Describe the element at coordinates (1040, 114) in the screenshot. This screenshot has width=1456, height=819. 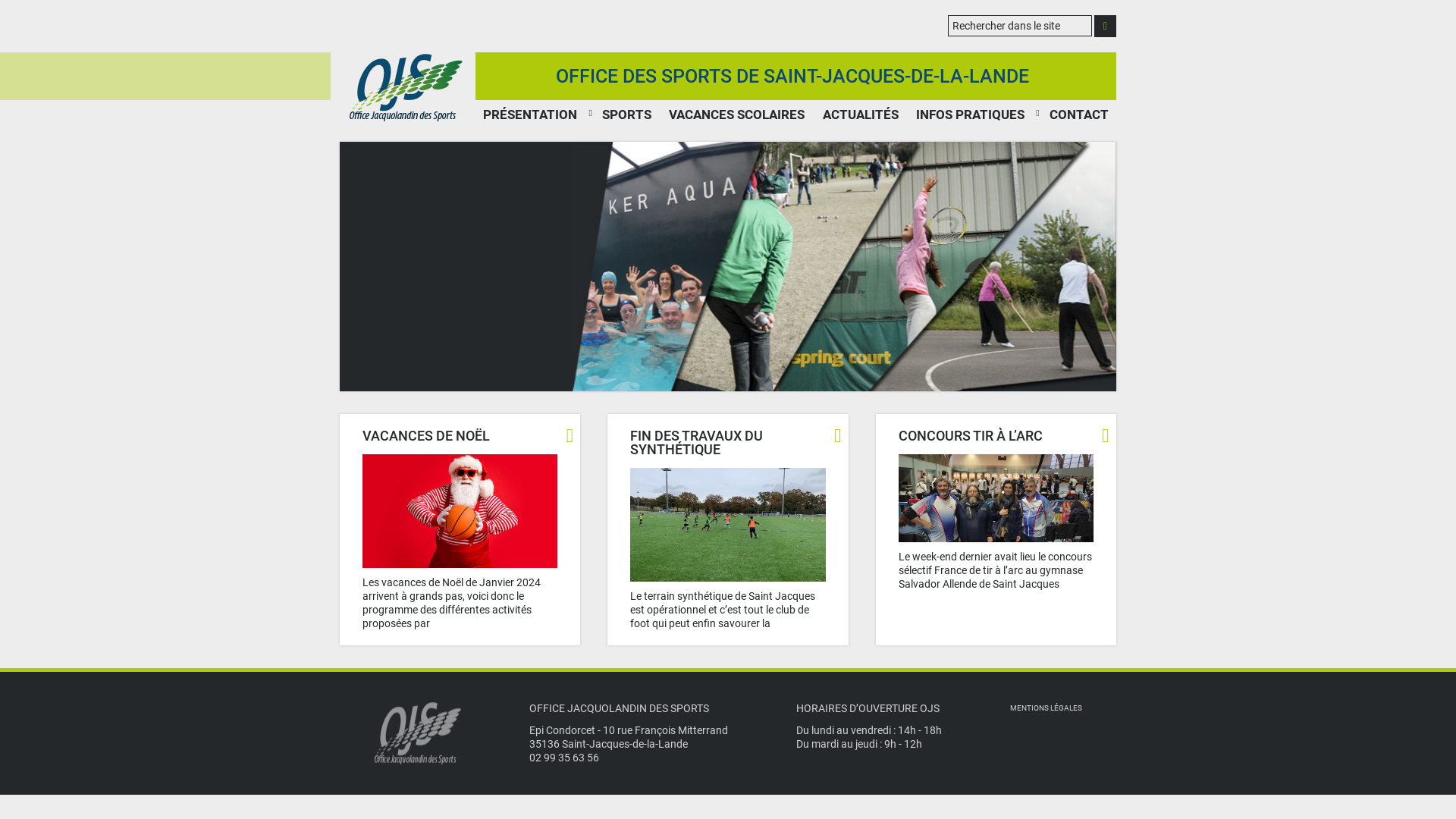
I see `'CONTACT'` at that location.